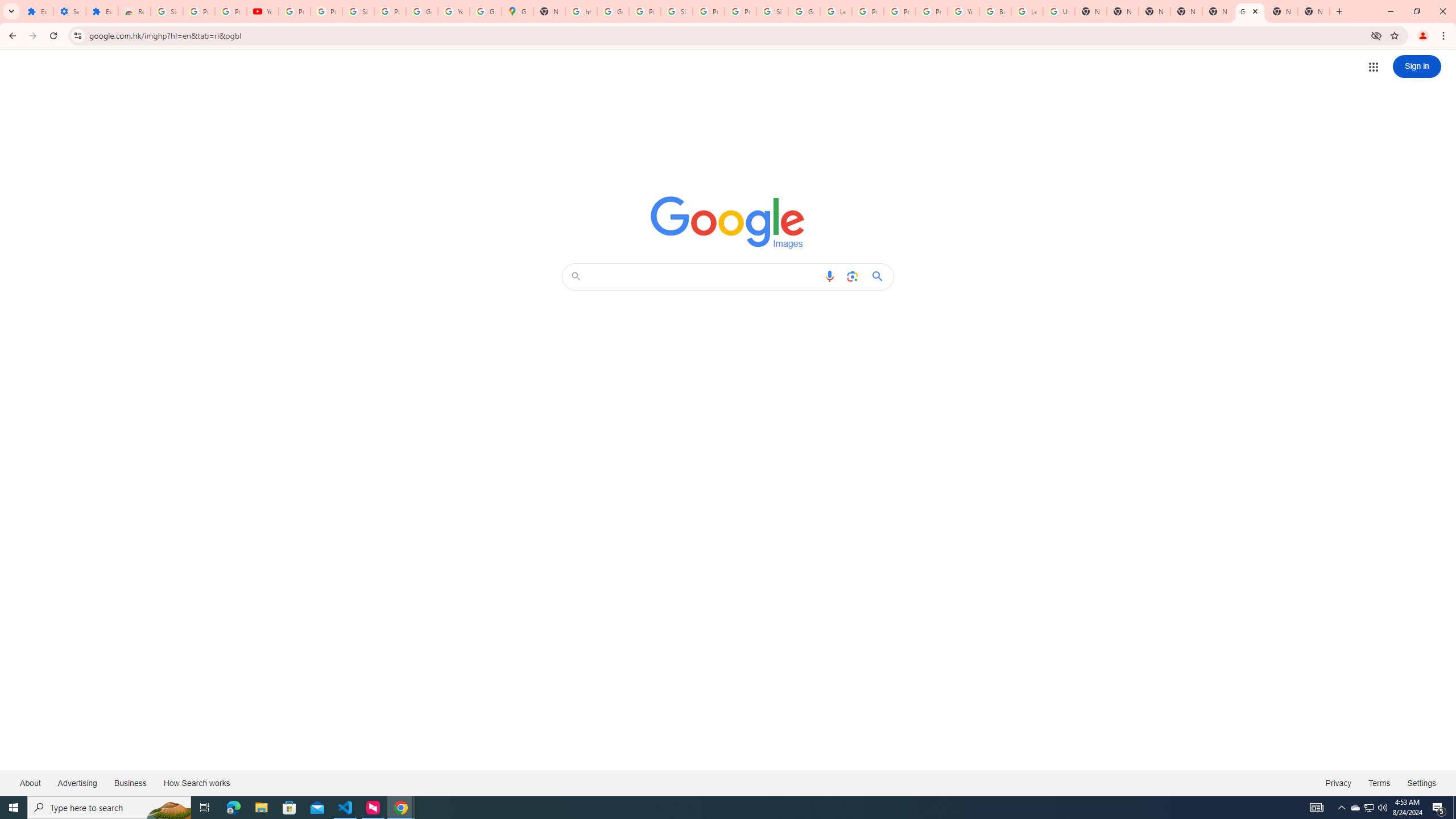  What do you see at coordinates (728, 222) in the screenshot?
I see `'Google Images'` at bounding box center [728, 222].